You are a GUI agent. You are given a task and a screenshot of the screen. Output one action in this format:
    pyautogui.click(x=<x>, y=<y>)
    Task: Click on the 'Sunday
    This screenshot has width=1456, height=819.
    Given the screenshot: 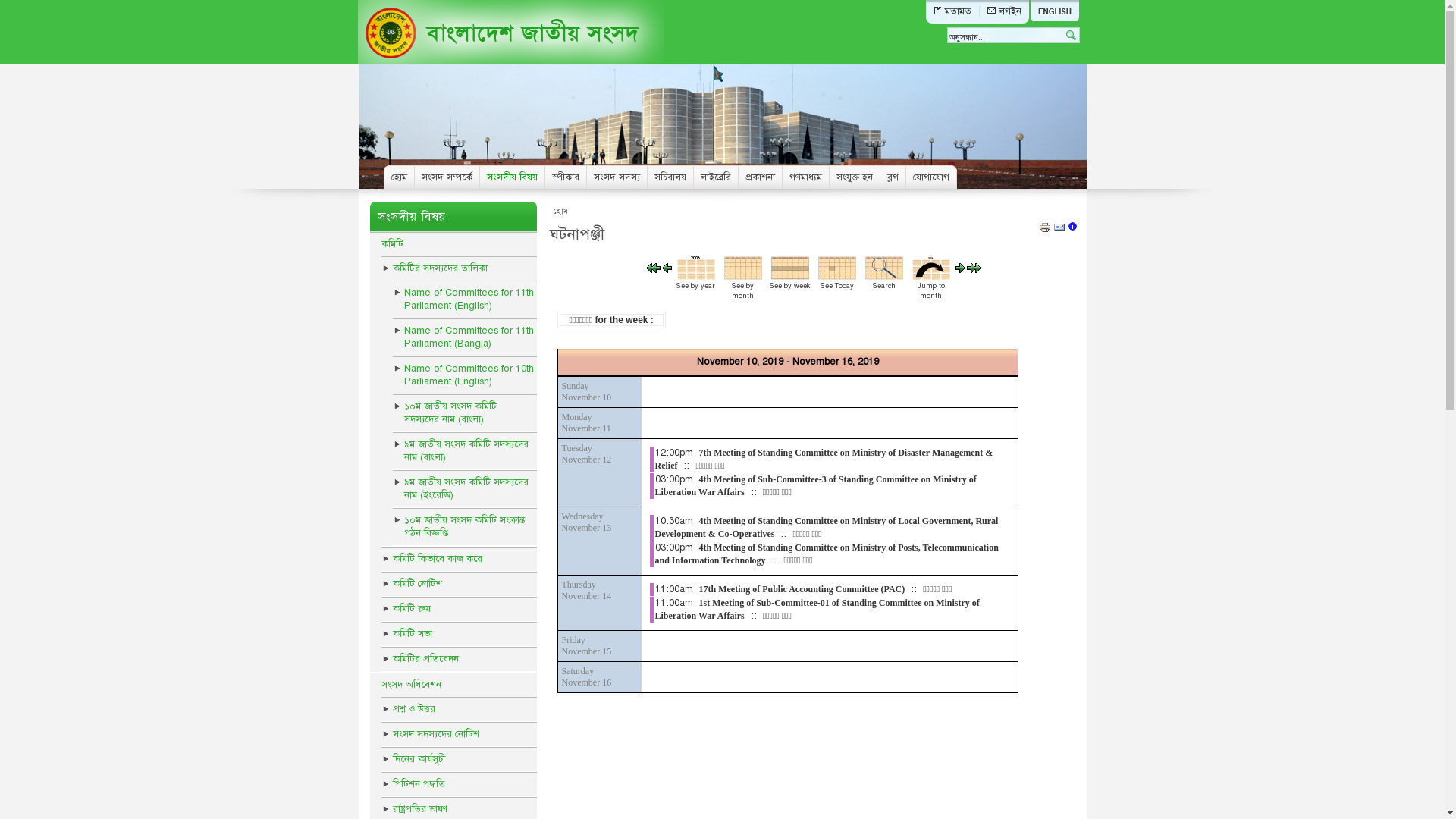 What is the action you would take?
    pyautogui.click(x=585, y=391)
    